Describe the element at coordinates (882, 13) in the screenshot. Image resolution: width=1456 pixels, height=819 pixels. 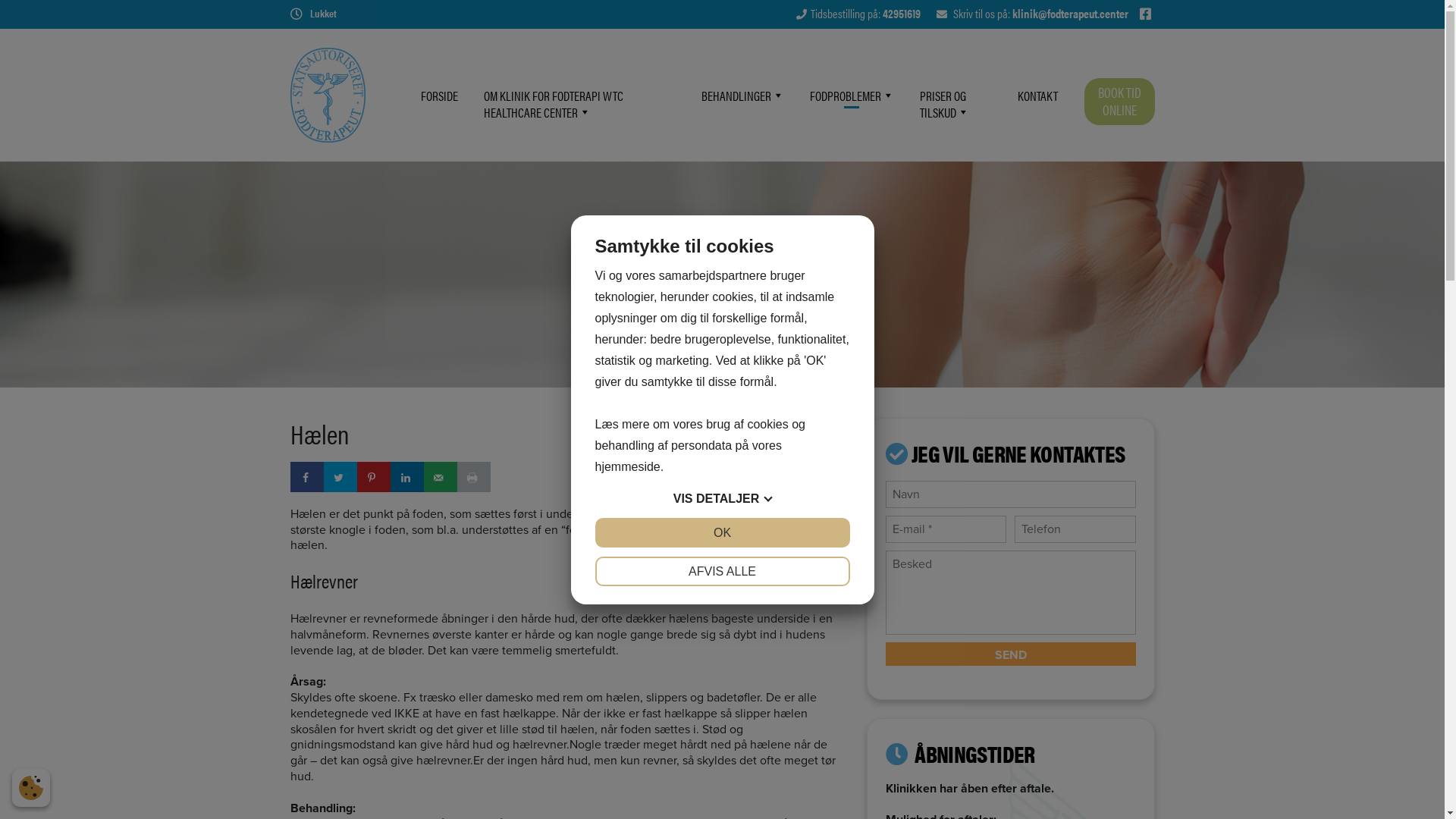
I see `'42951619'` at that location.